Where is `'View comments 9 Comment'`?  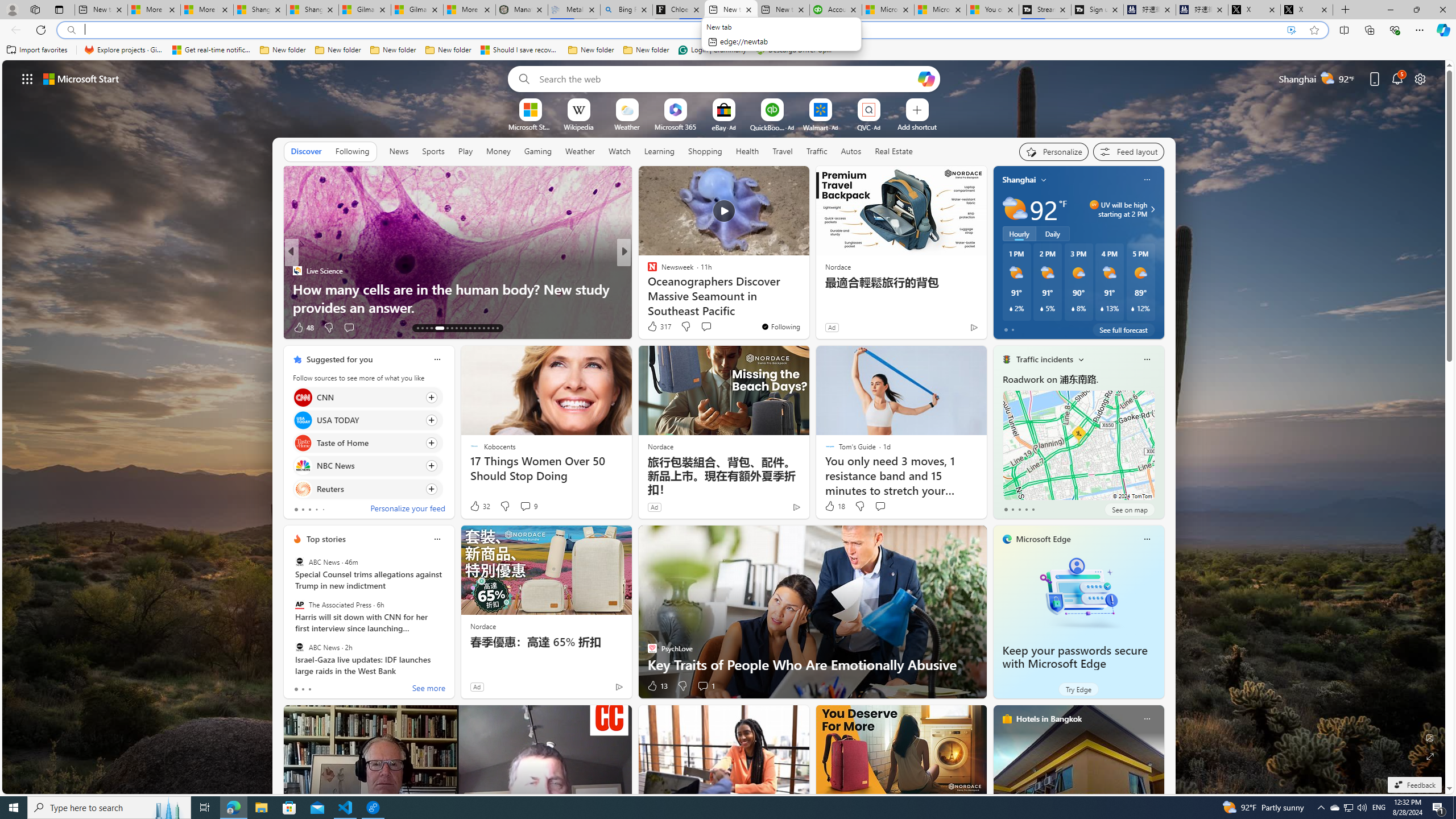 'View comments 9 Comment' is located at coordinates (528, 505).